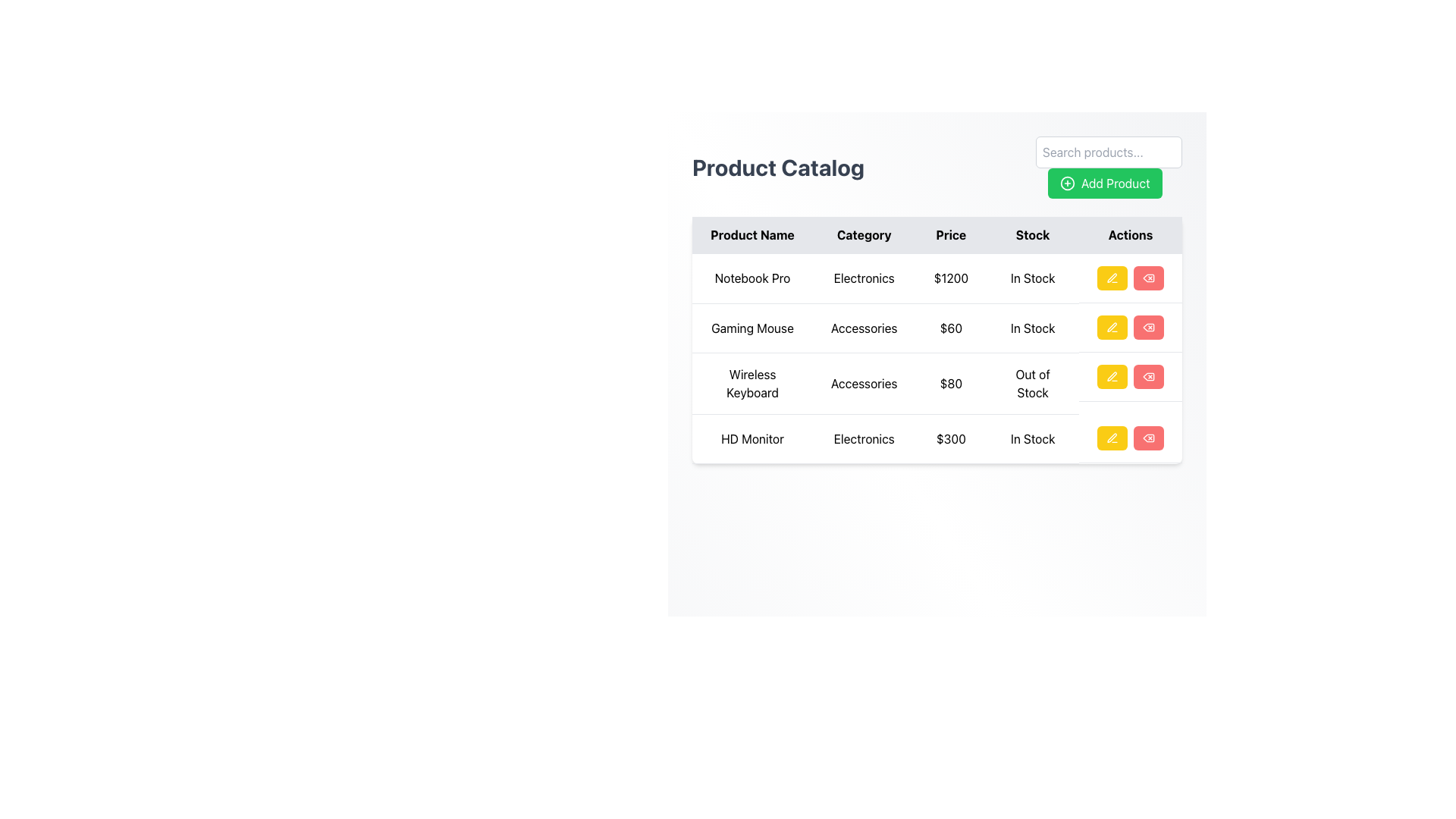 The image size is (1456, 819). What do you see at coordinates (1112, 438) in the screenshot?
I see `the pen-shaped icon button representing editing functionality, located in the 'Actions' column of the last row in the product listing table` at bounding box center [1112, 438].